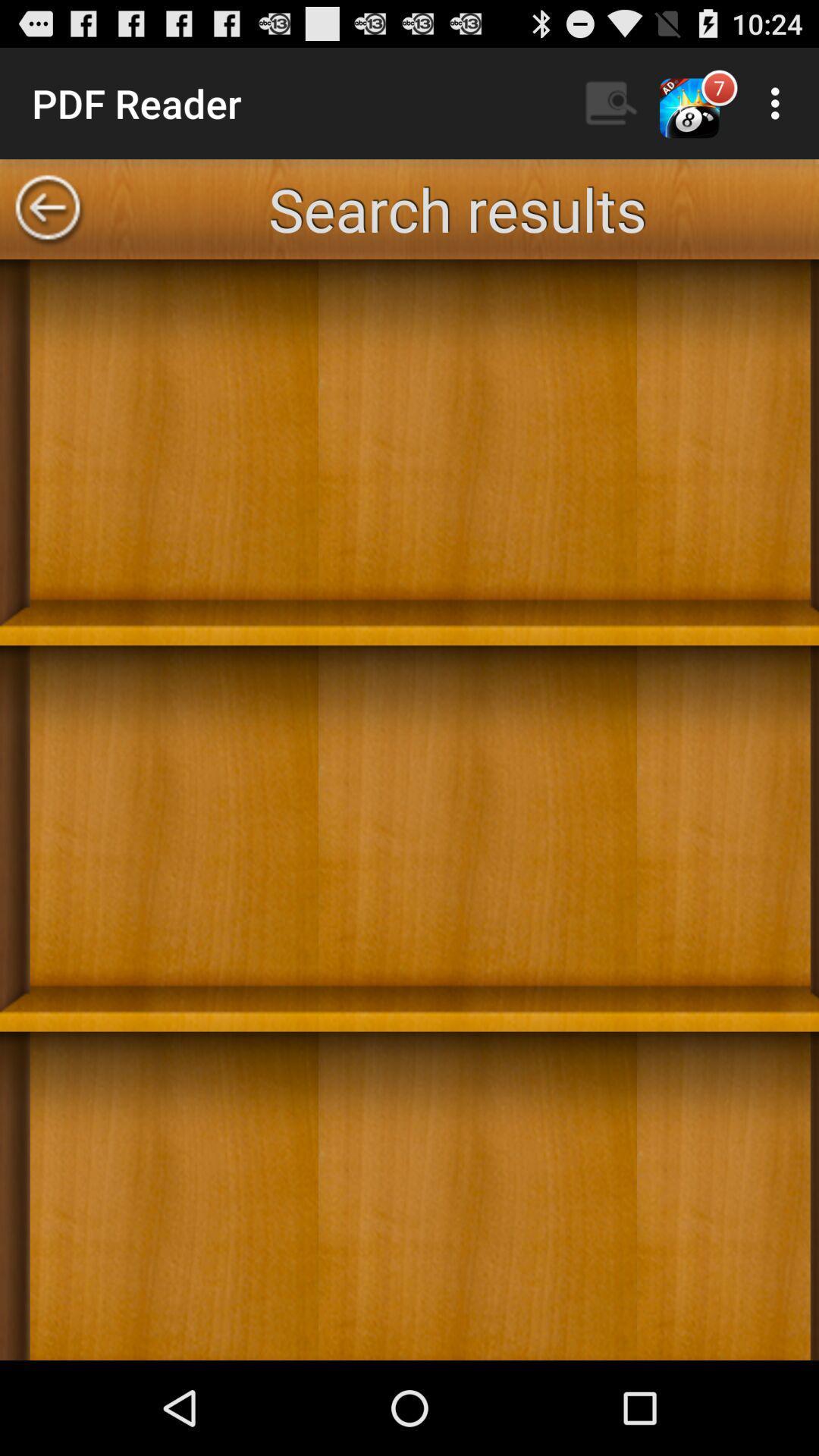 The image size is (819, 1456). I want to click on item above search results item, so click(610, 102).